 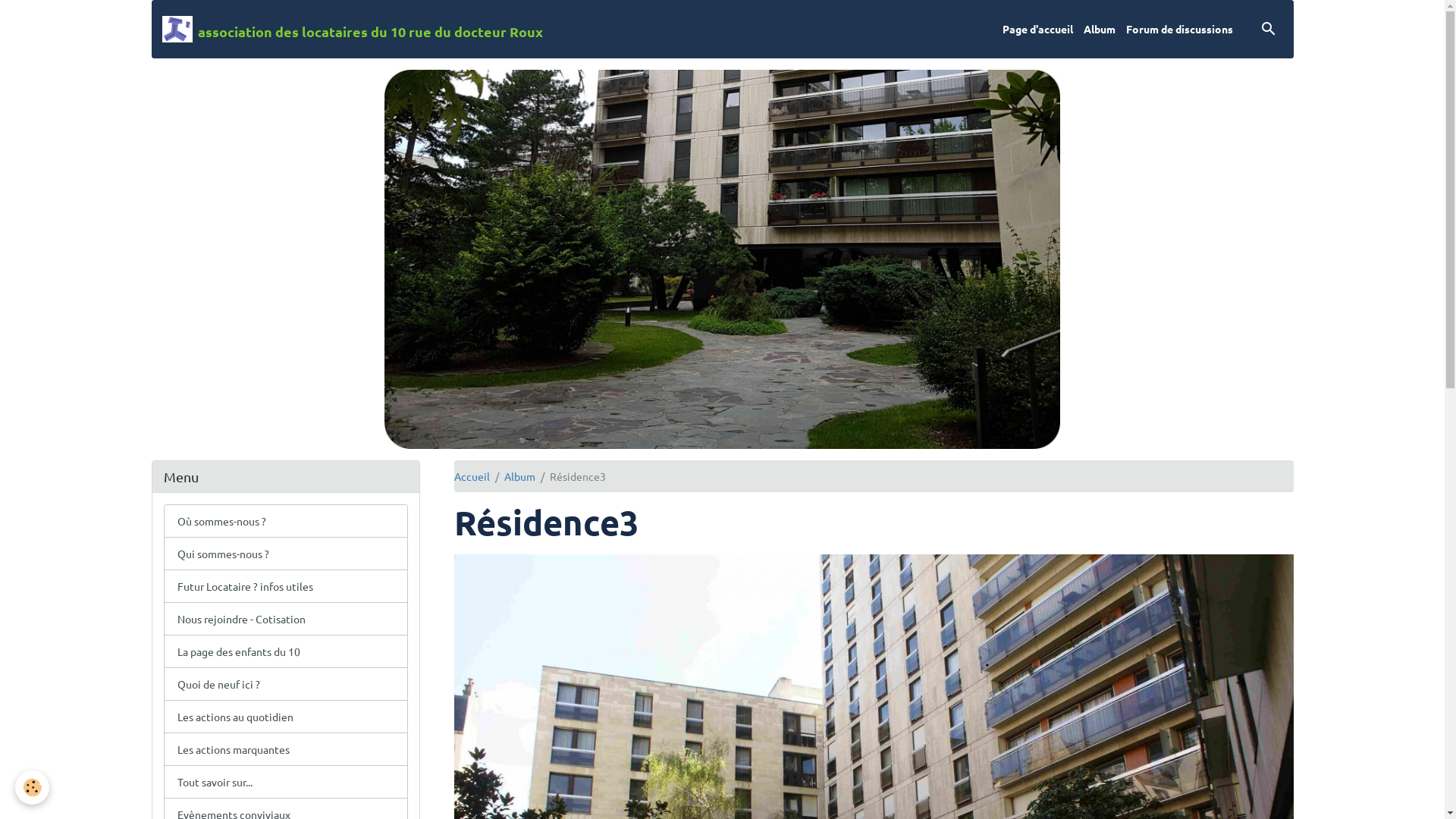 I want to click on 'Les actions au quotidien', so click(x=286, y=717).